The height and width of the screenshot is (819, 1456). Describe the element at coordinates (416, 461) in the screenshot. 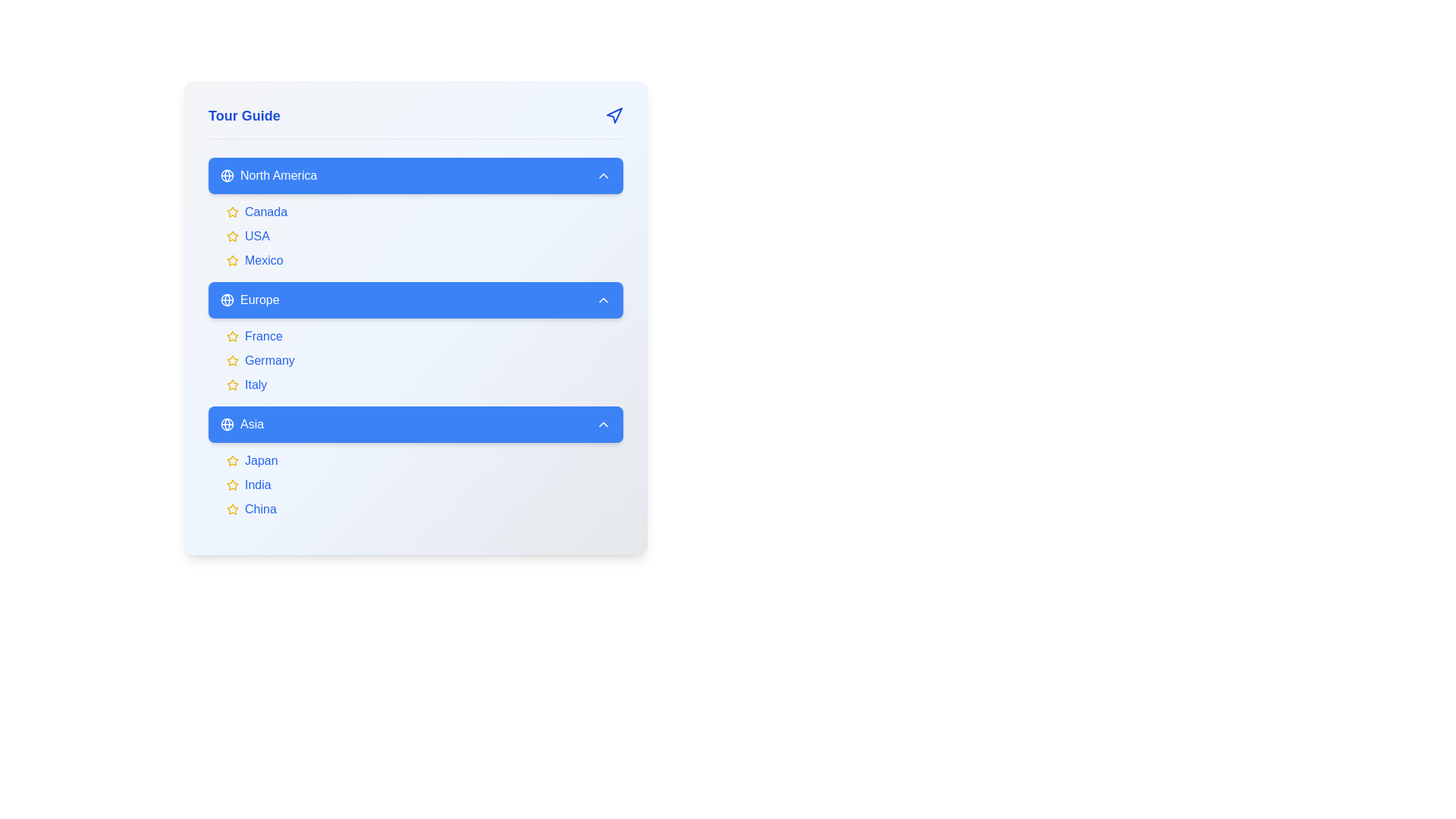

I see `each listed item under the 'Asia' collapsible section located in the 'Tour Guide' sidebar, which is the third section after 'North America' and 'Europe'` at that location.